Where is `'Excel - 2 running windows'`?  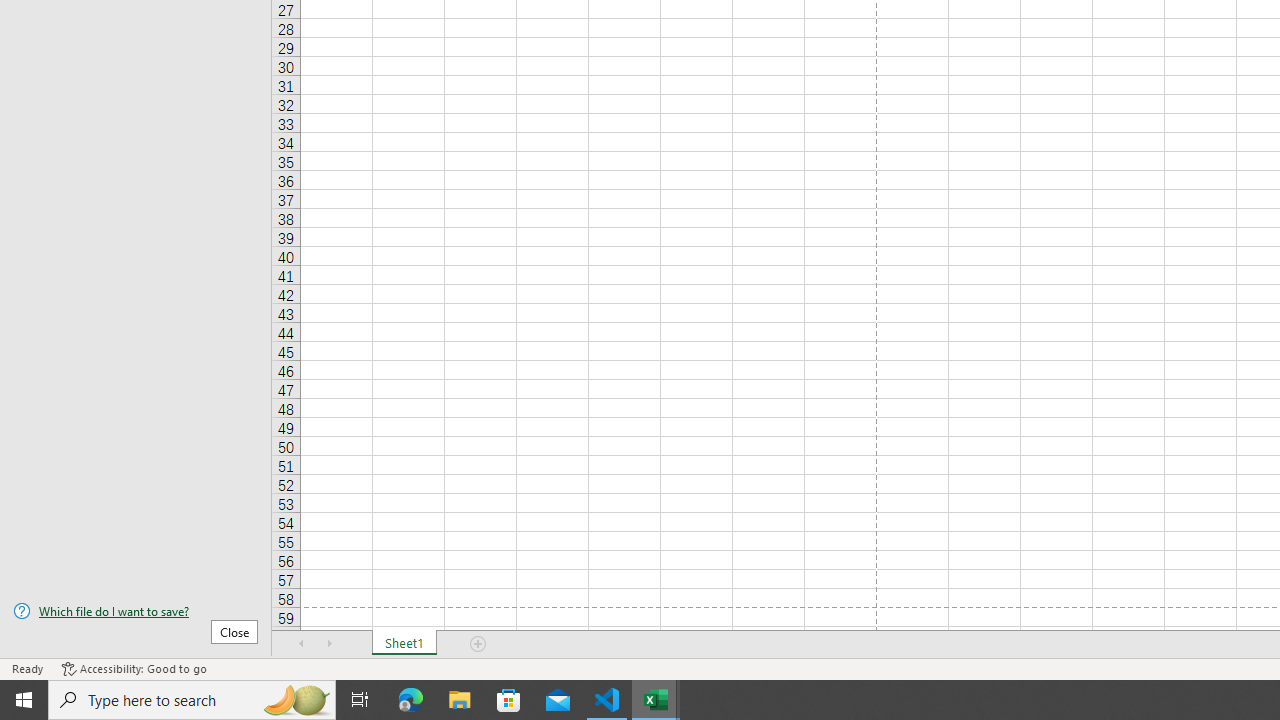
'Excel - 2 running windows' is located at coordinates (656, 698).